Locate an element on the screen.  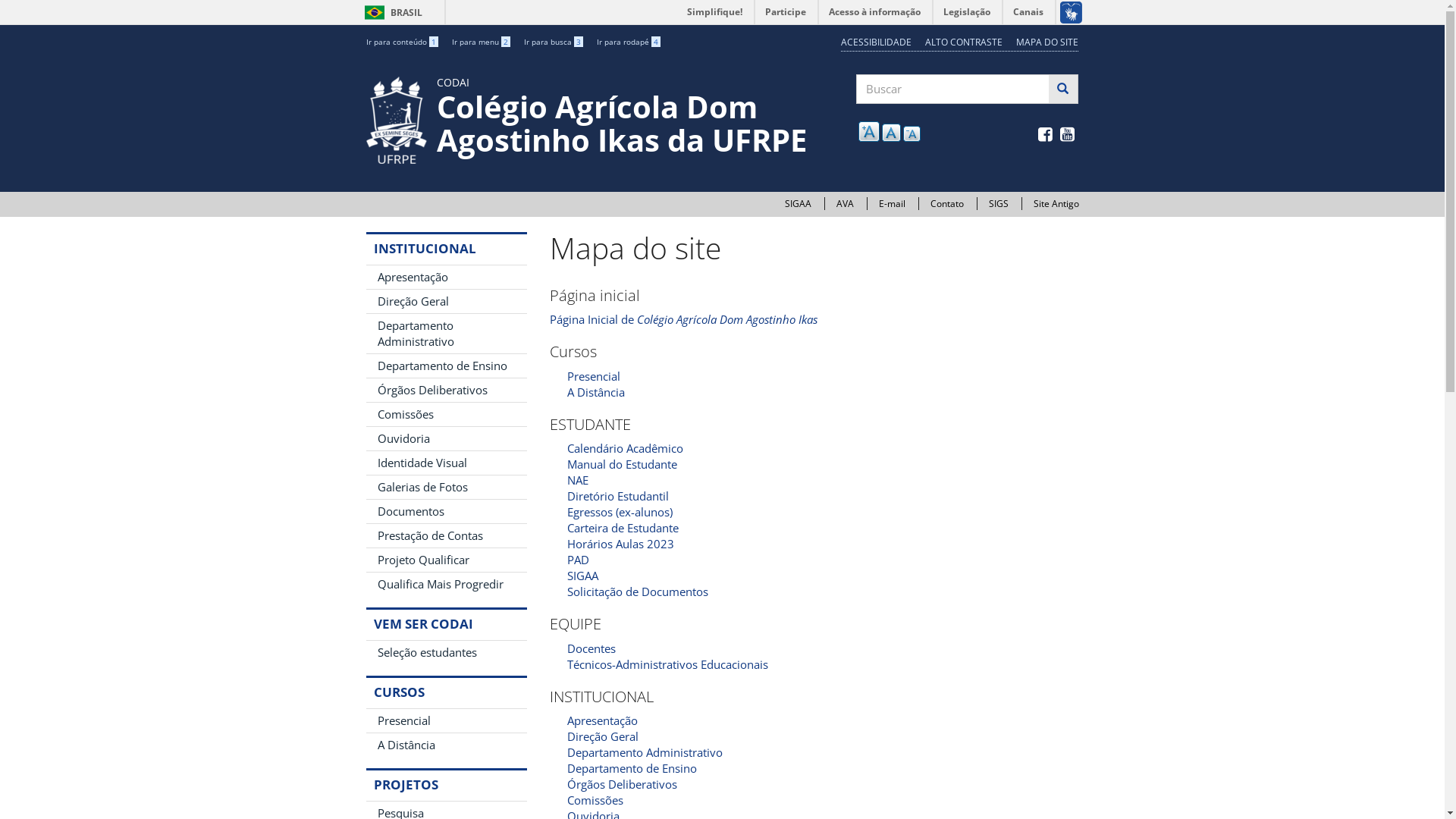
'Carteira de Estudante' is located at coordinates (623, 526).